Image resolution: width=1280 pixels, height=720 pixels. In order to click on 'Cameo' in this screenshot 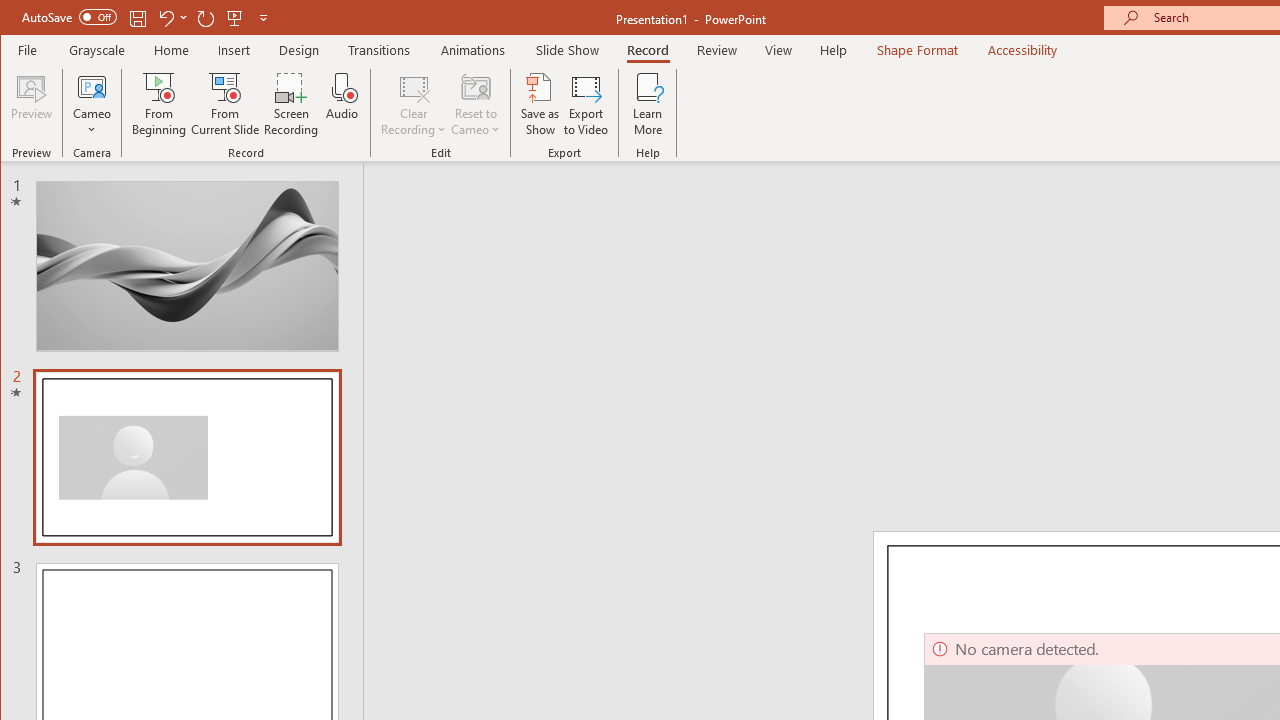, I will do `click(91, 104)`.